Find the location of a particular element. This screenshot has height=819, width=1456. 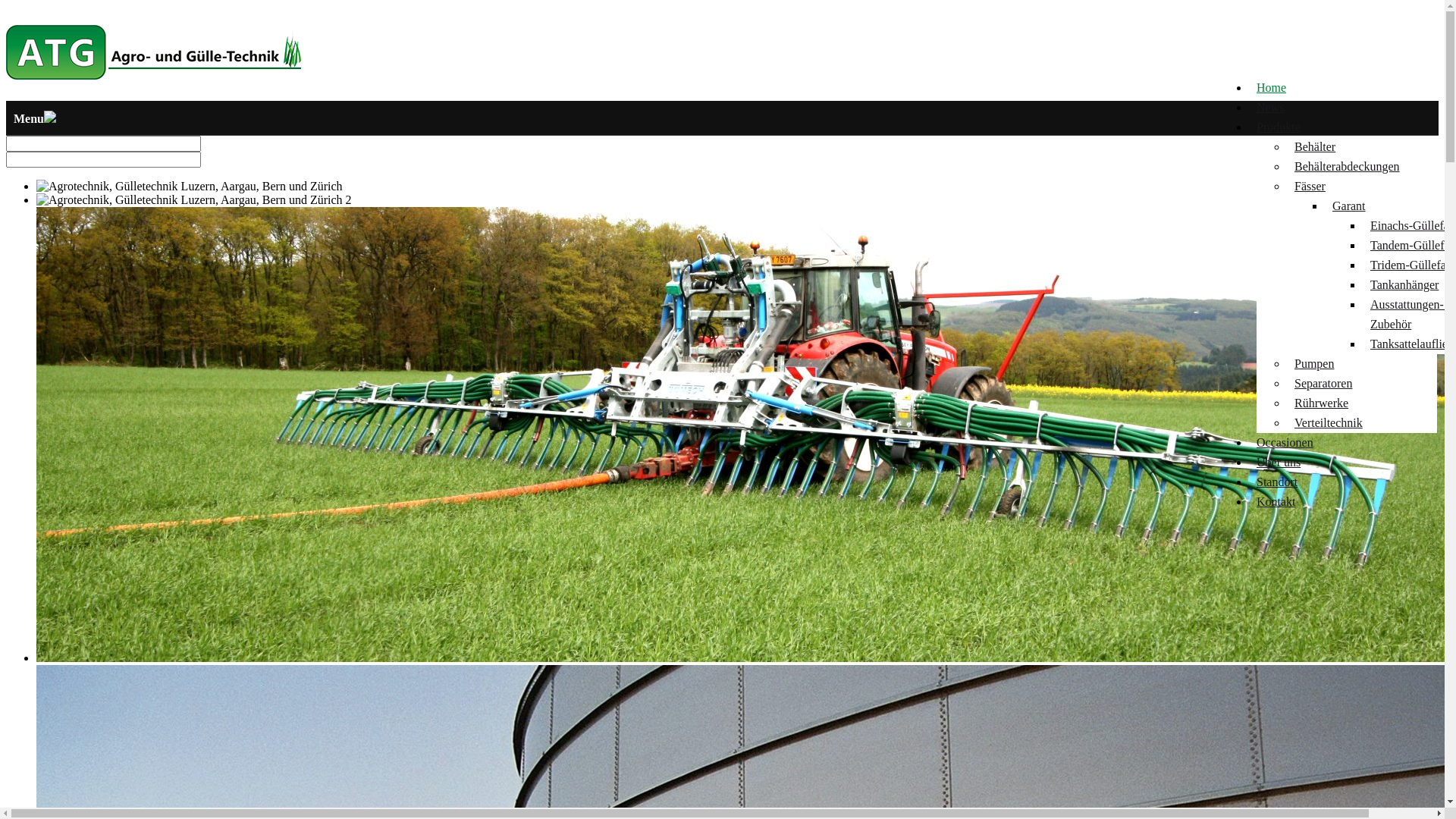

'Verteiltechnik' is located at coordinates (1294, 422).